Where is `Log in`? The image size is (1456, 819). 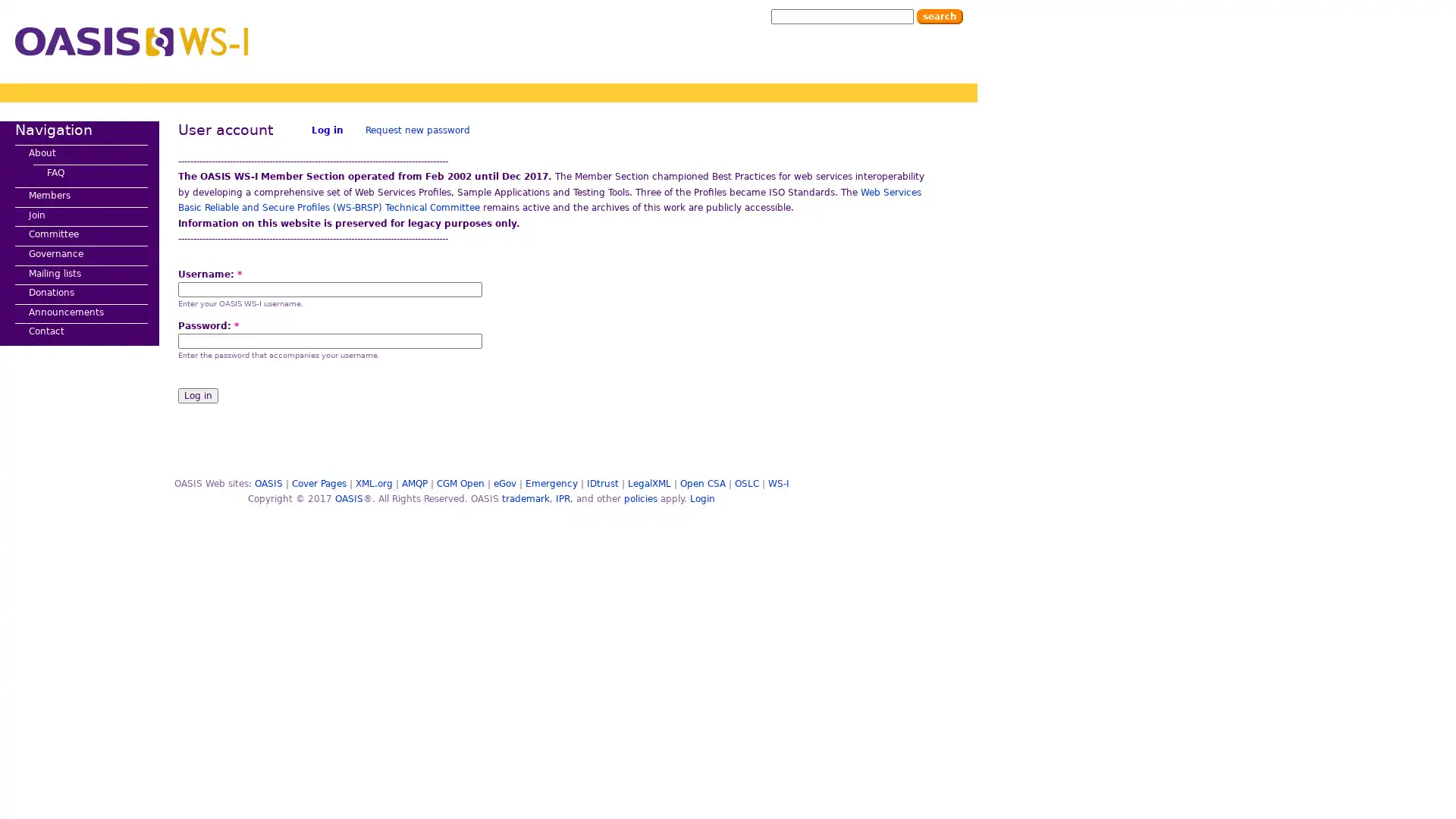
Log in is located at coordinates (197, 394).